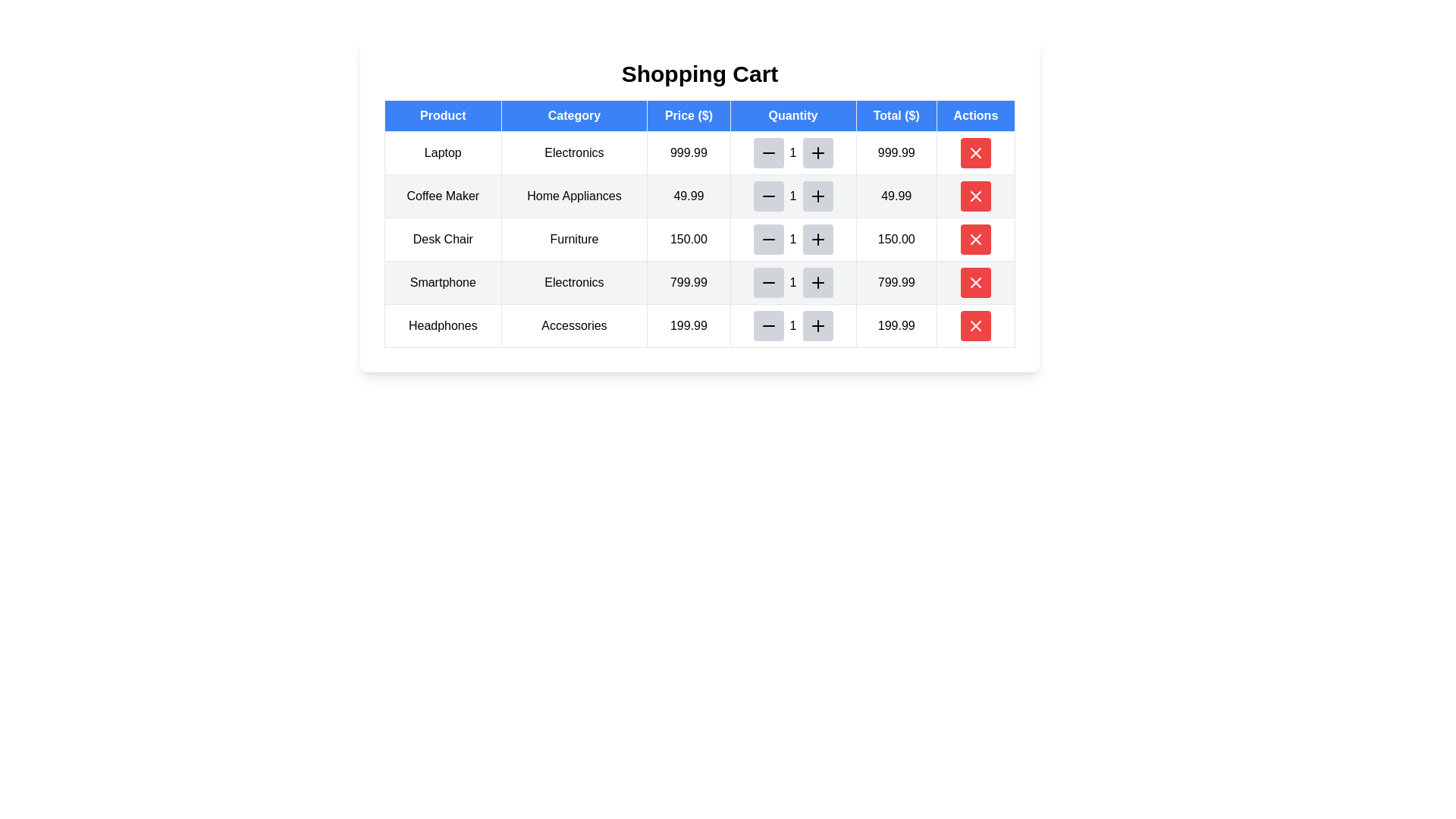  I want to click on the increment button located in the Quantity column of the second row ('Home Appliances') in the table, so click(817, 195).